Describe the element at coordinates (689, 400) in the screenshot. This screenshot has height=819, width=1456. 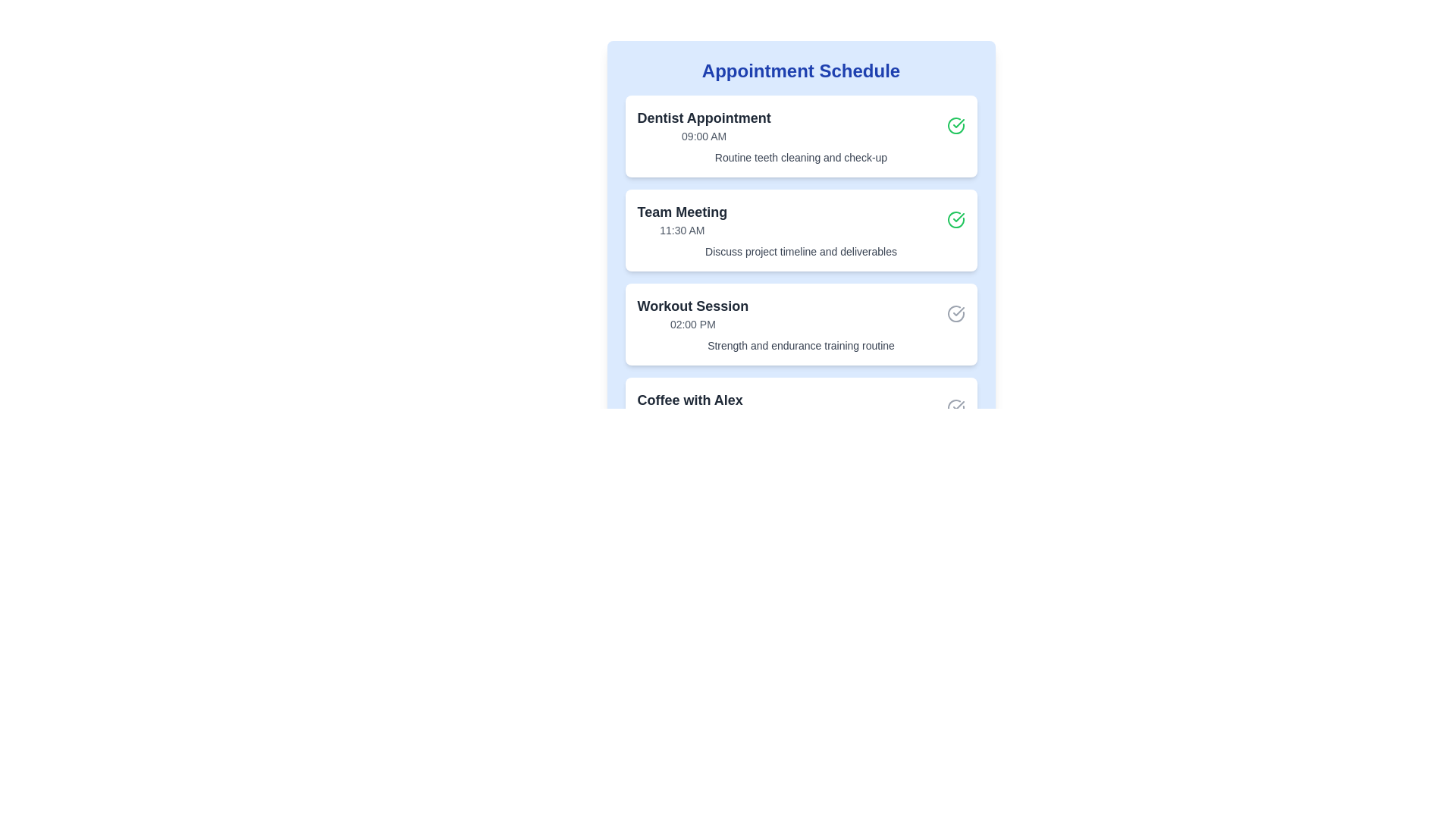
I see `the prominent text label 'Coffee with Alex' located at the bottom of the 'Appointment Schedule' list` at that location.